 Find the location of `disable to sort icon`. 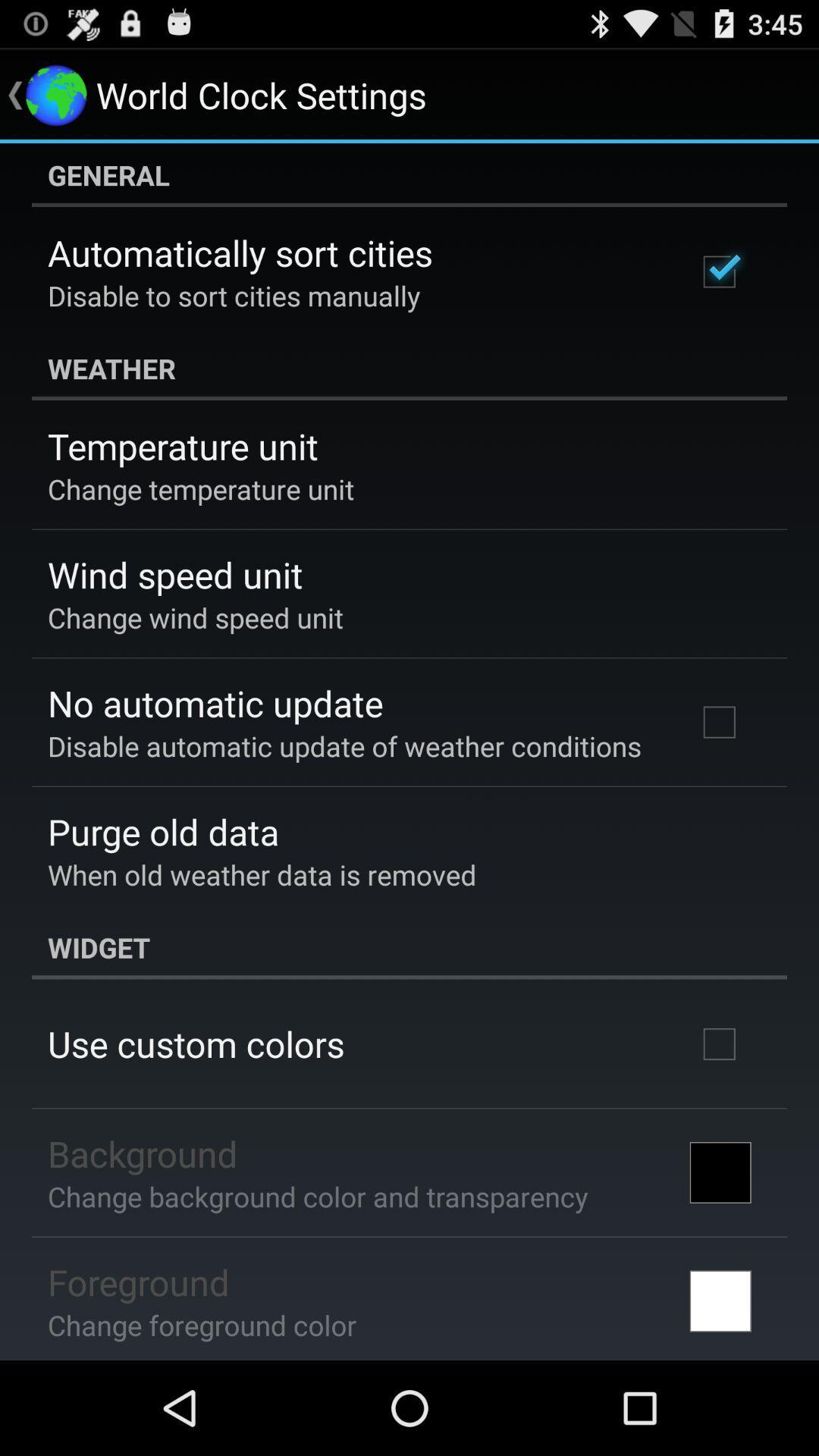

disable to sort icon is located at coordinates (234, 295).